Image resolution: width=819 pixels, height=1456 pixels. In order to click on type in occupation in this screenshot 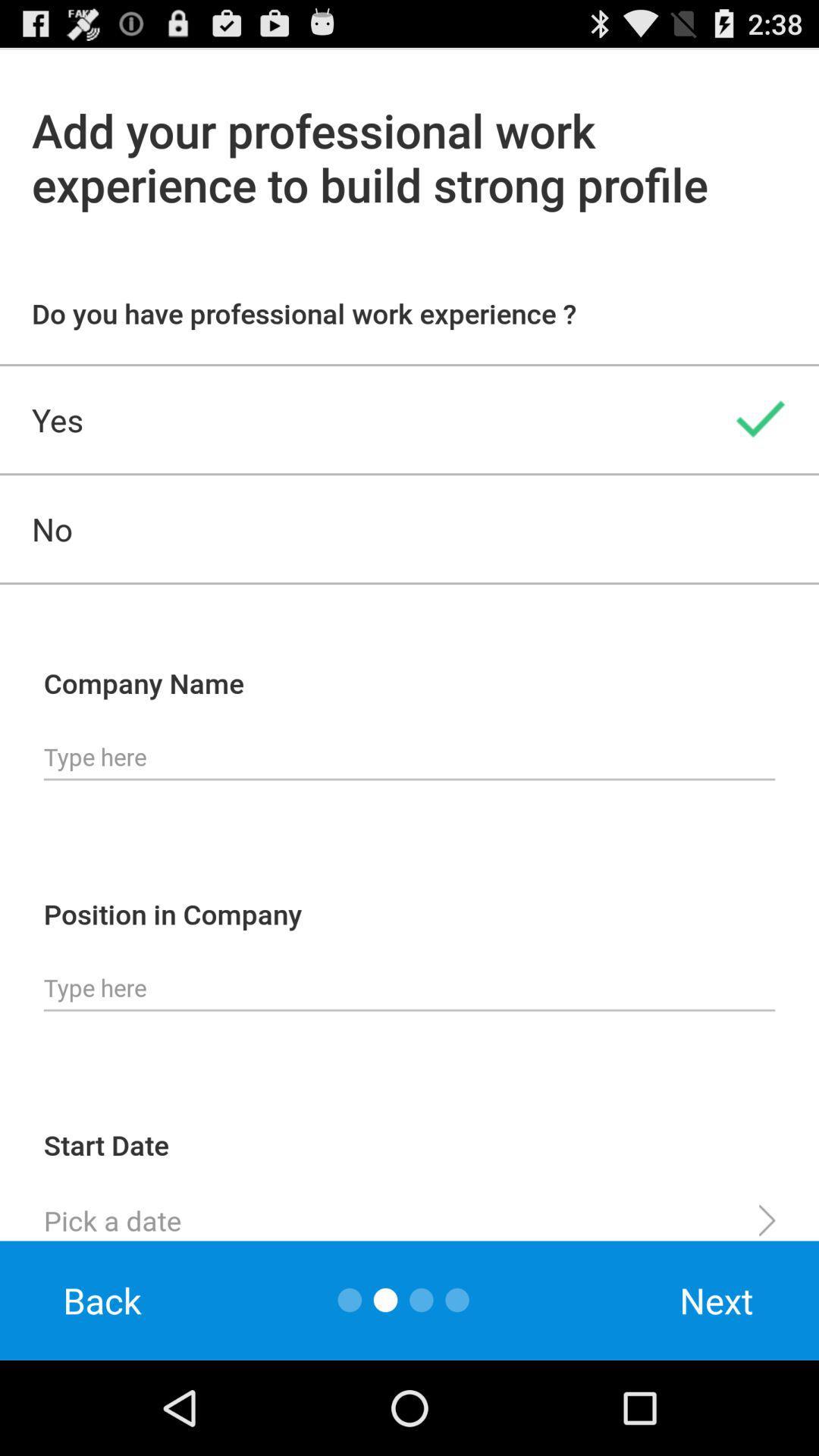, I will do `click(409, 988)`.